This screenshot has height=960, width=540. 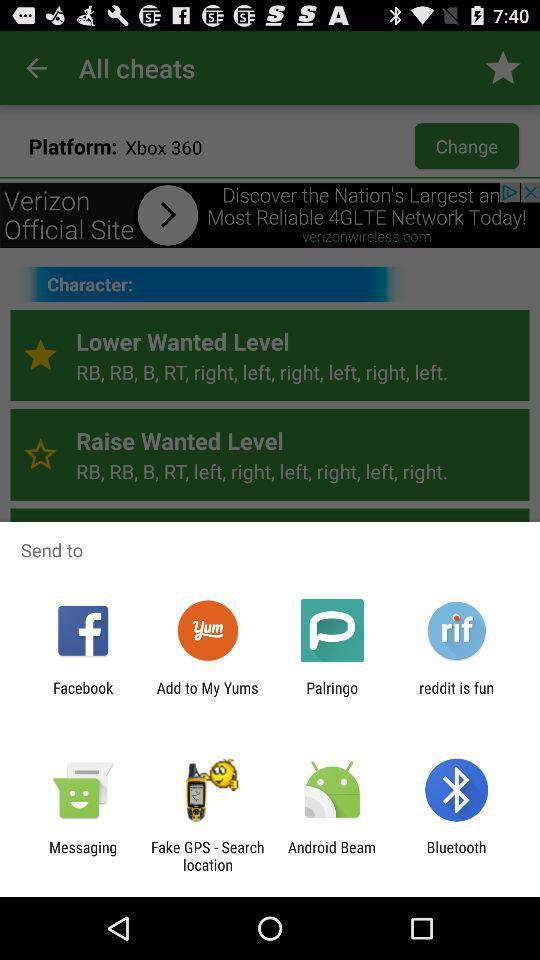 What do you see at coordinates (332, 855) in the screenshot?
I see `the android beam` at bounding box center [332, 855].